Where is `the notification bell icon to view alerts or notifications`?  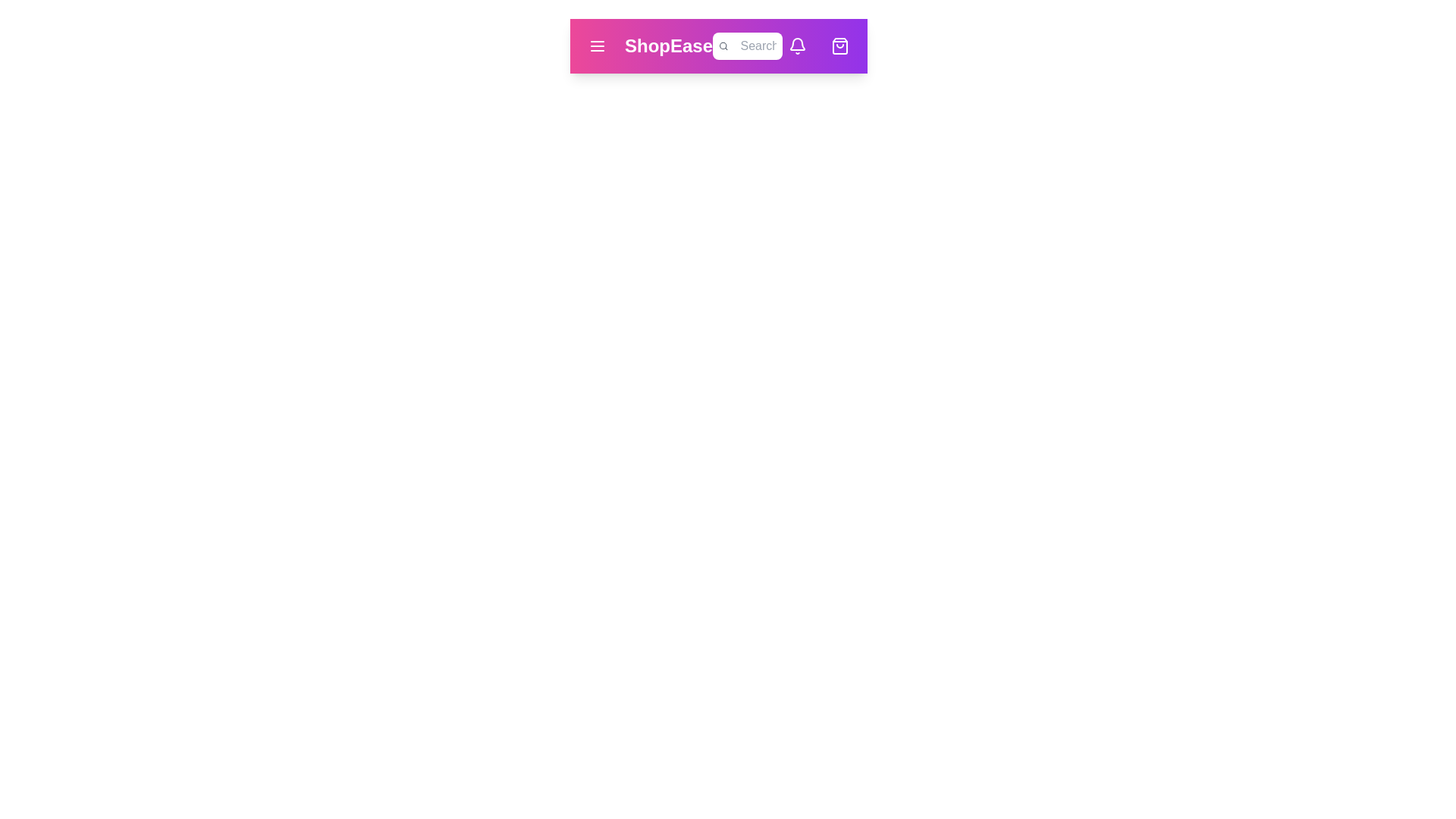 the notification bell icon to view alerts or notifications is located at coordinates (796, 45).